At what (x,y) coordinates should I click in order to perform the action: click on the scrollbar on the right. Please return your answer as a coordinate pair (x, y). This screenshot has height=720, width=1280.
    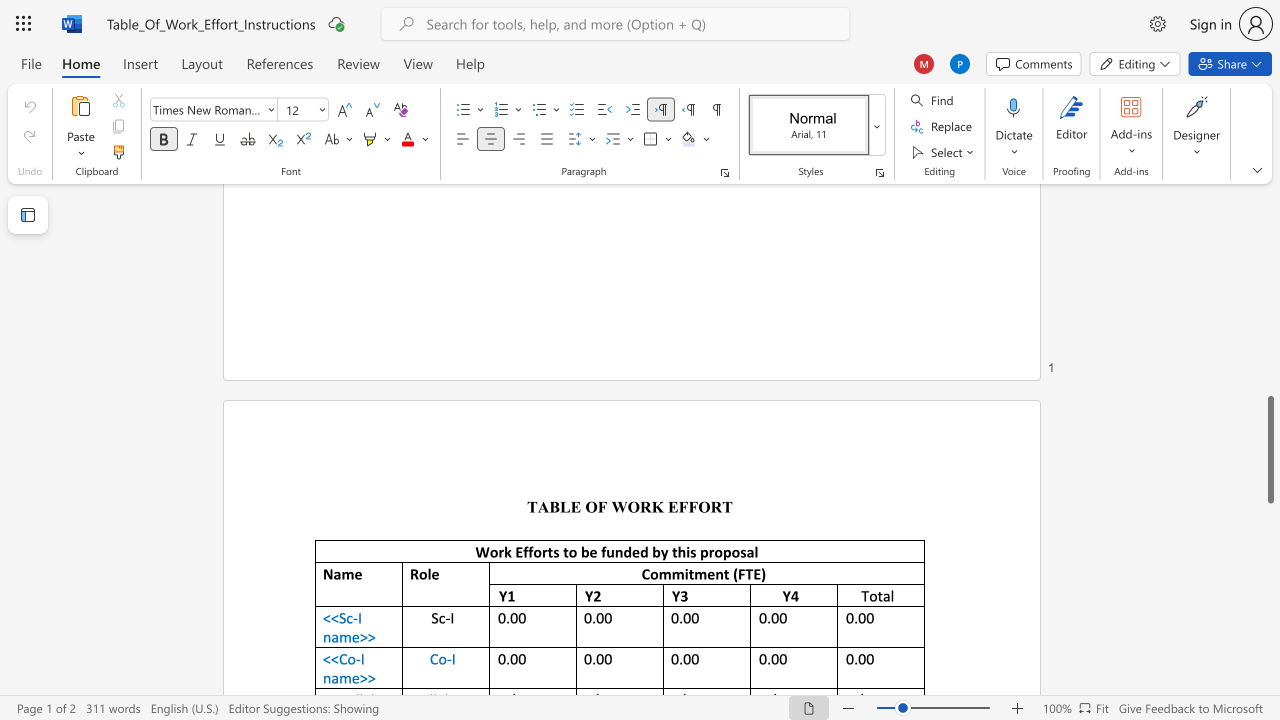
    Looking at the image, I should click on (1269, 228).